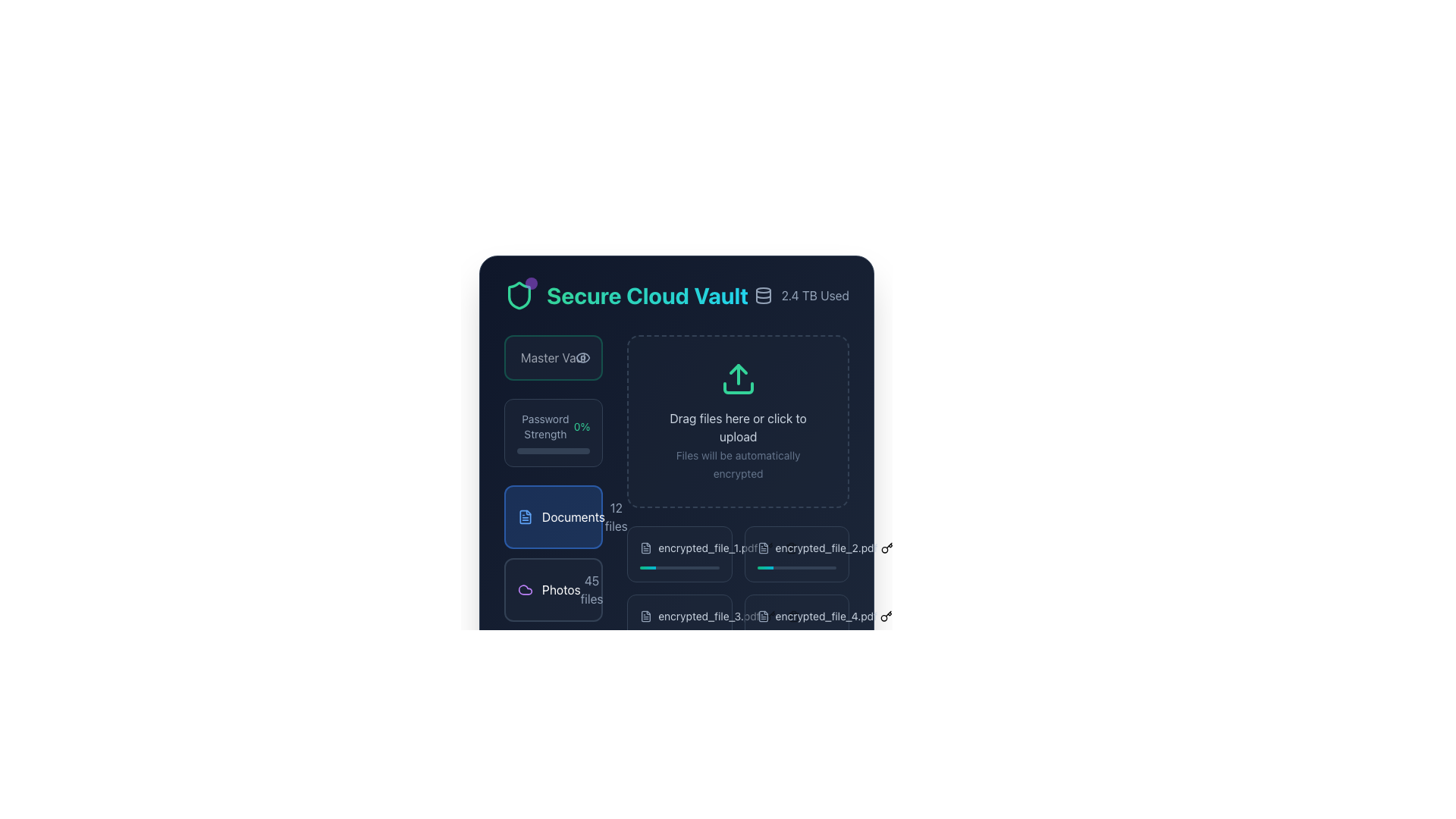 This screenshot has width=1456, height=819. Describe the element at coordinates (553, 427) in the screenshot. I see `the Textual Indicator that displays 'Password Strength' and '0%' to indicate password strength, located above the progress bar and below the 'Master Vault' button` at that location.